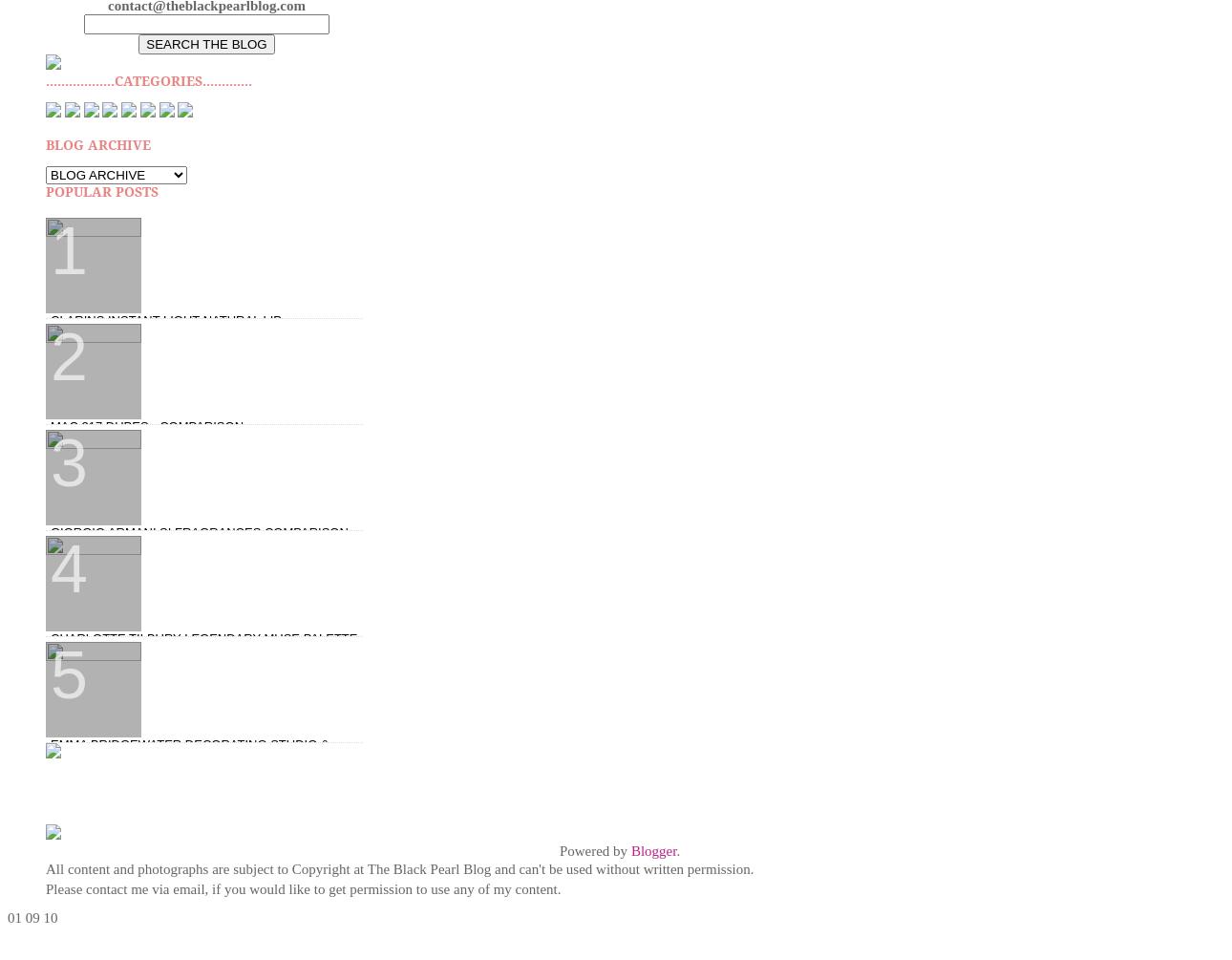 The width and height of the screenshot is (1232, 960). I want to click on '09', so click(24, 915).